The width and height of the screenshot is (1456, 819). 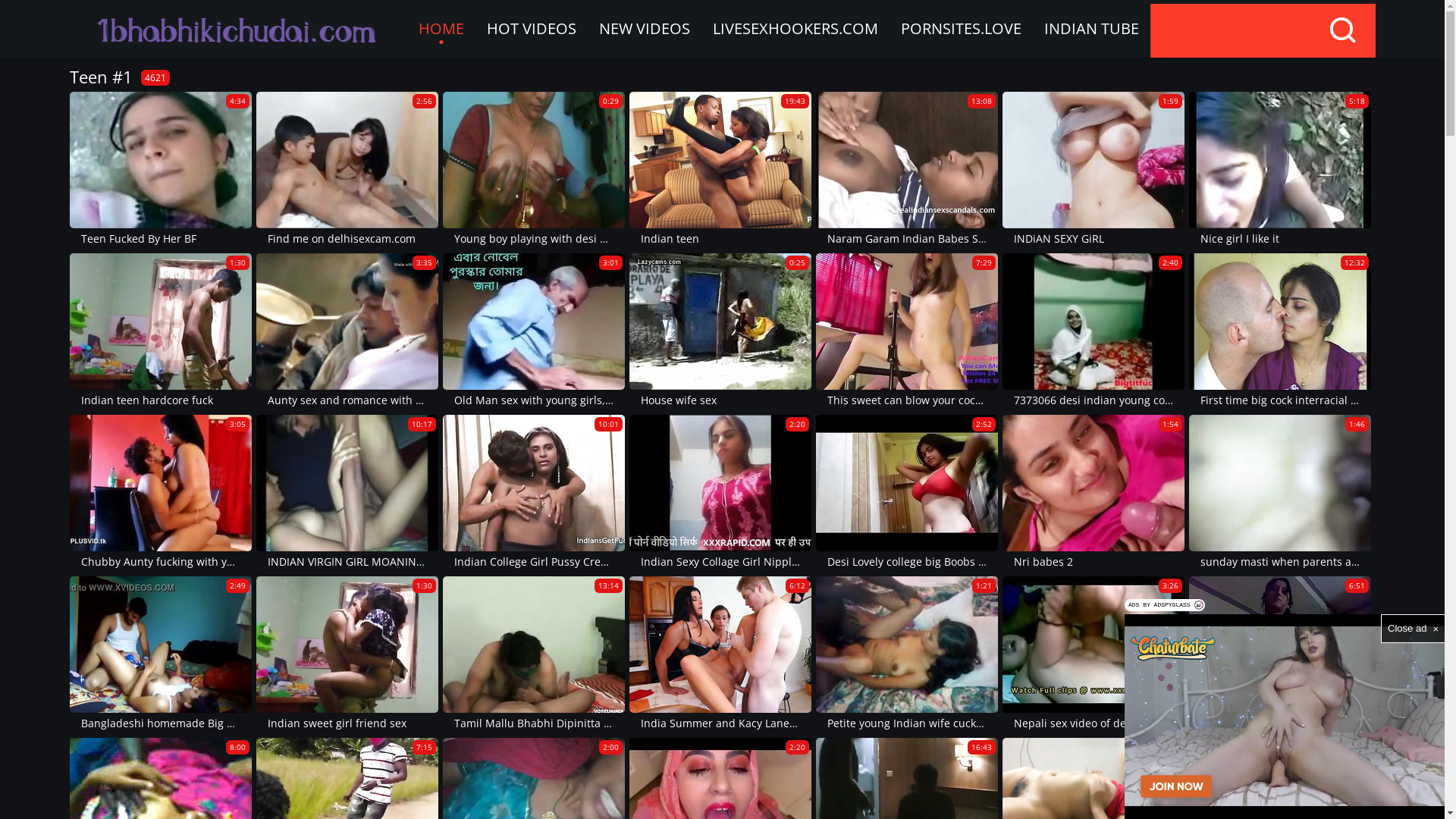 What do you see at coordinates (959, 29) in the screenshot?
I see `'PORNSITES.LOVE'` at bounding box center [959, 29].